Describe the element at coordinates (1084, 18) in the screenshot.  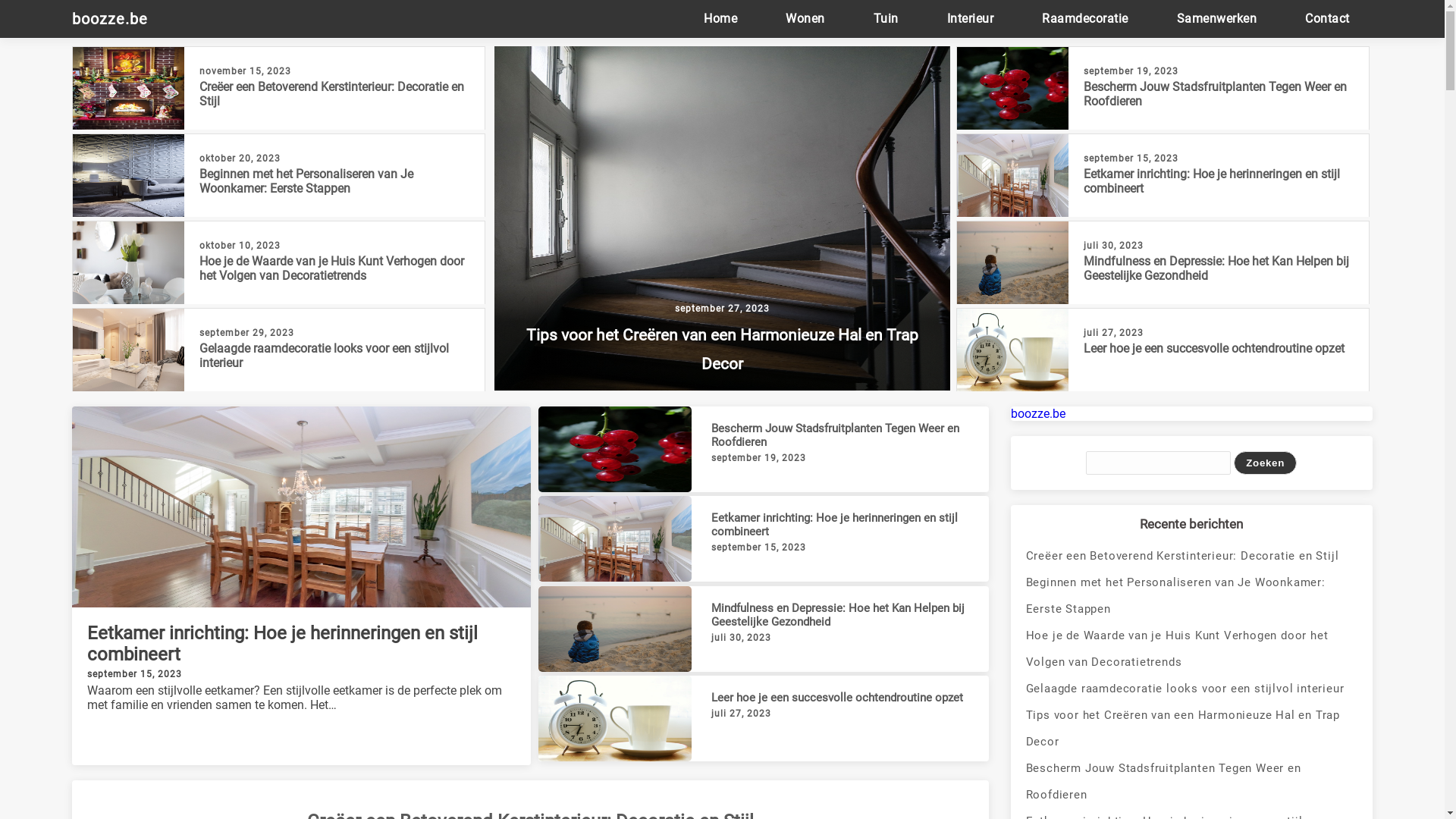
I see `'Raamdecoratie'` at that location.